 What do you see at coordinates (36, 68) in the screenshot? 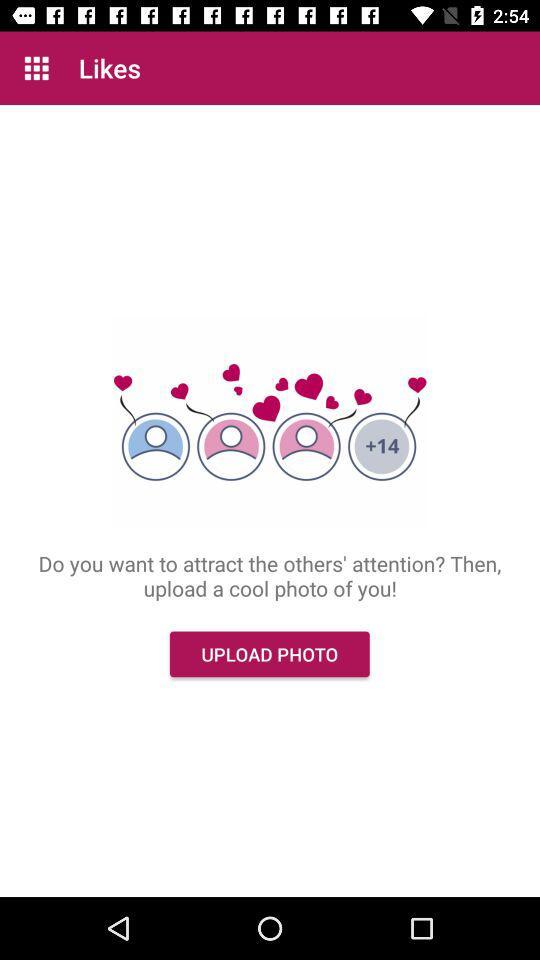
I see `the item above do you want item` at bounding box center [36, 68].